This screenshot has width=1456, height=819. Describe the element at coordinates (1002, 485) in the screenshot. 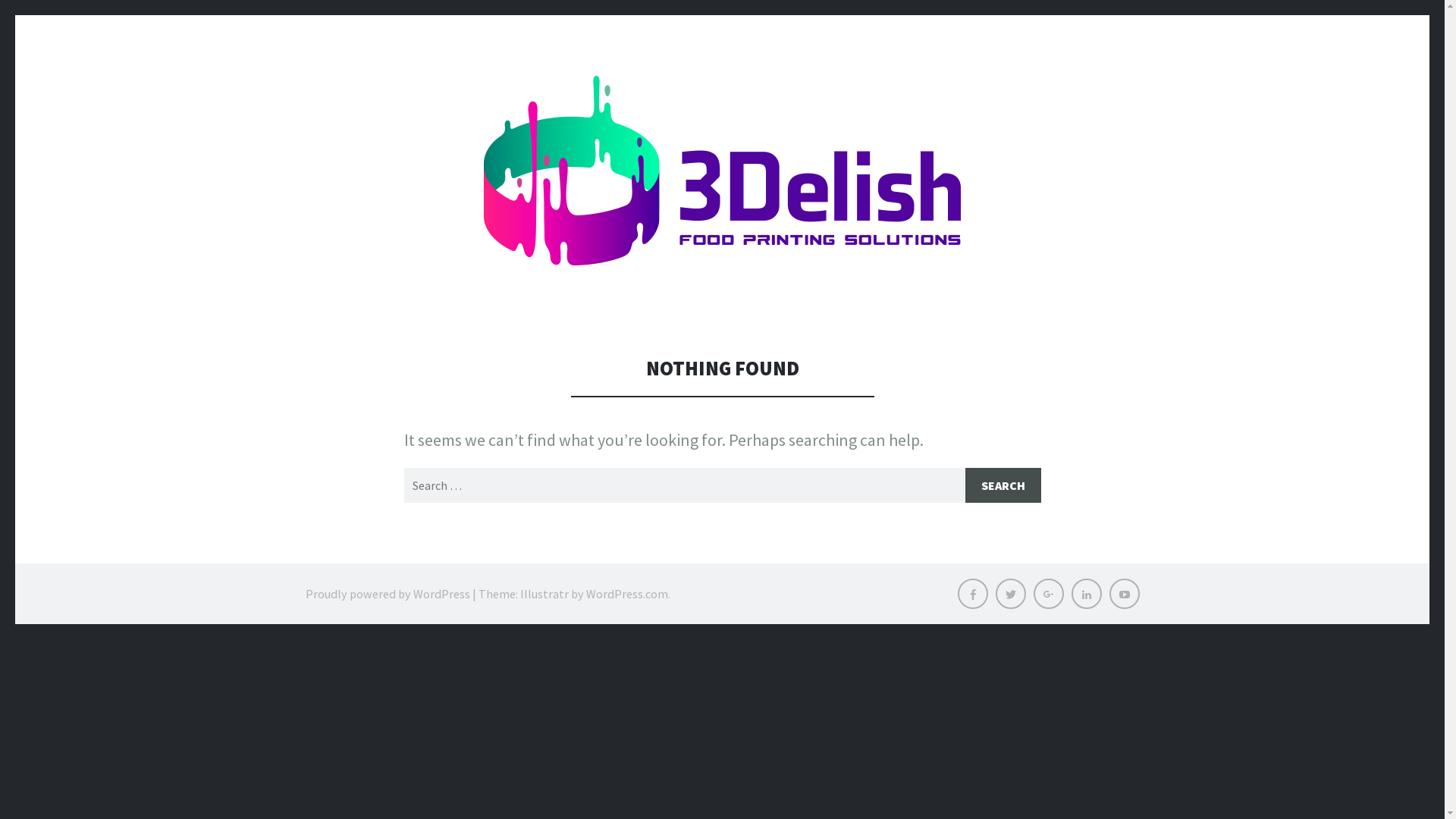

I see `'Search'` at that location.